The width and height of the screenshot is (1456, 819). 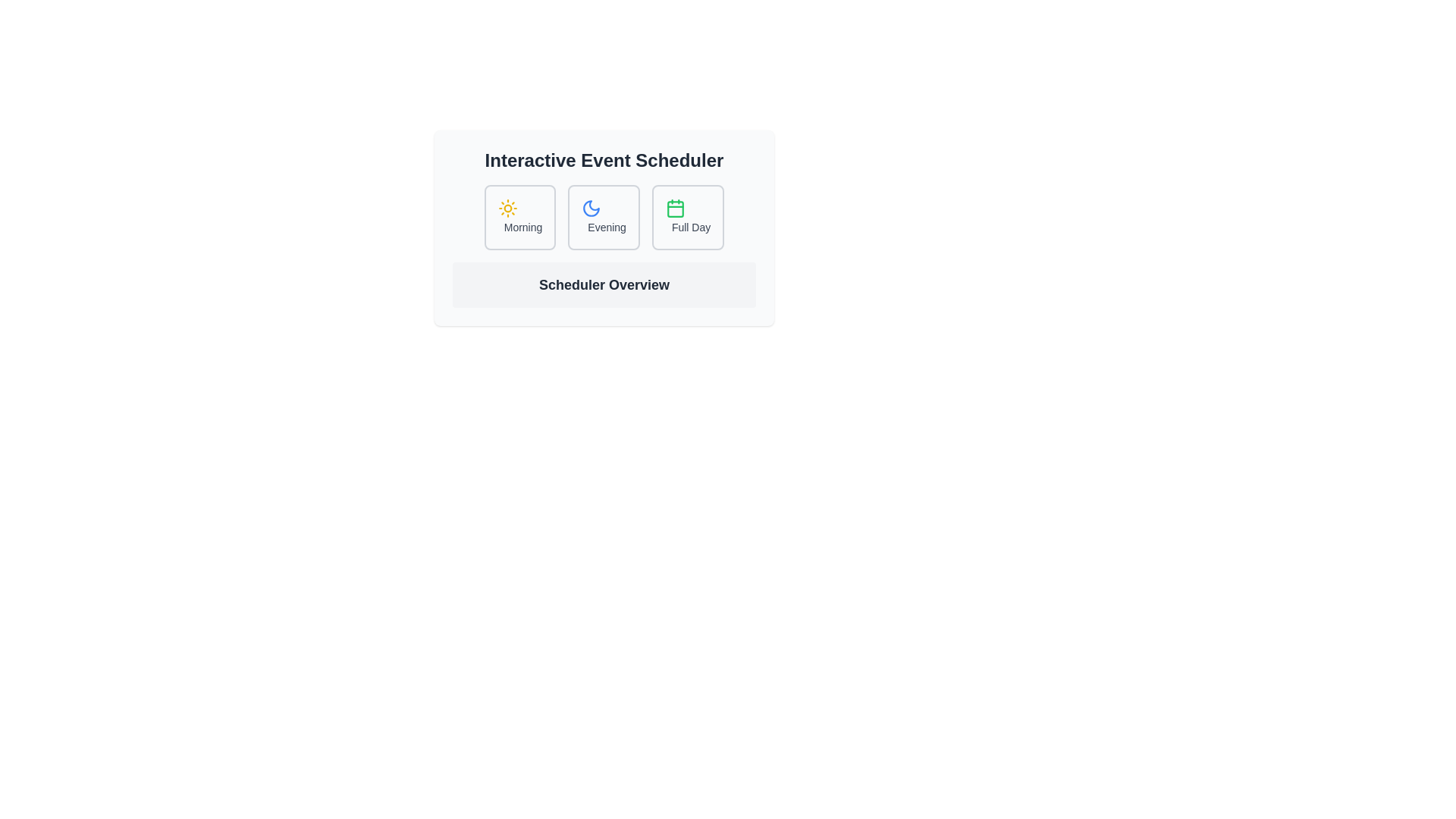 What do you see at coordinates (591, 208) in the screenshot?
I see `the blue SVG moon icon representing the evening state, located in the center of the 'Evening' button in the button group below the title 'Interactive Event Scheduler'` at bounding box center [591, 208].